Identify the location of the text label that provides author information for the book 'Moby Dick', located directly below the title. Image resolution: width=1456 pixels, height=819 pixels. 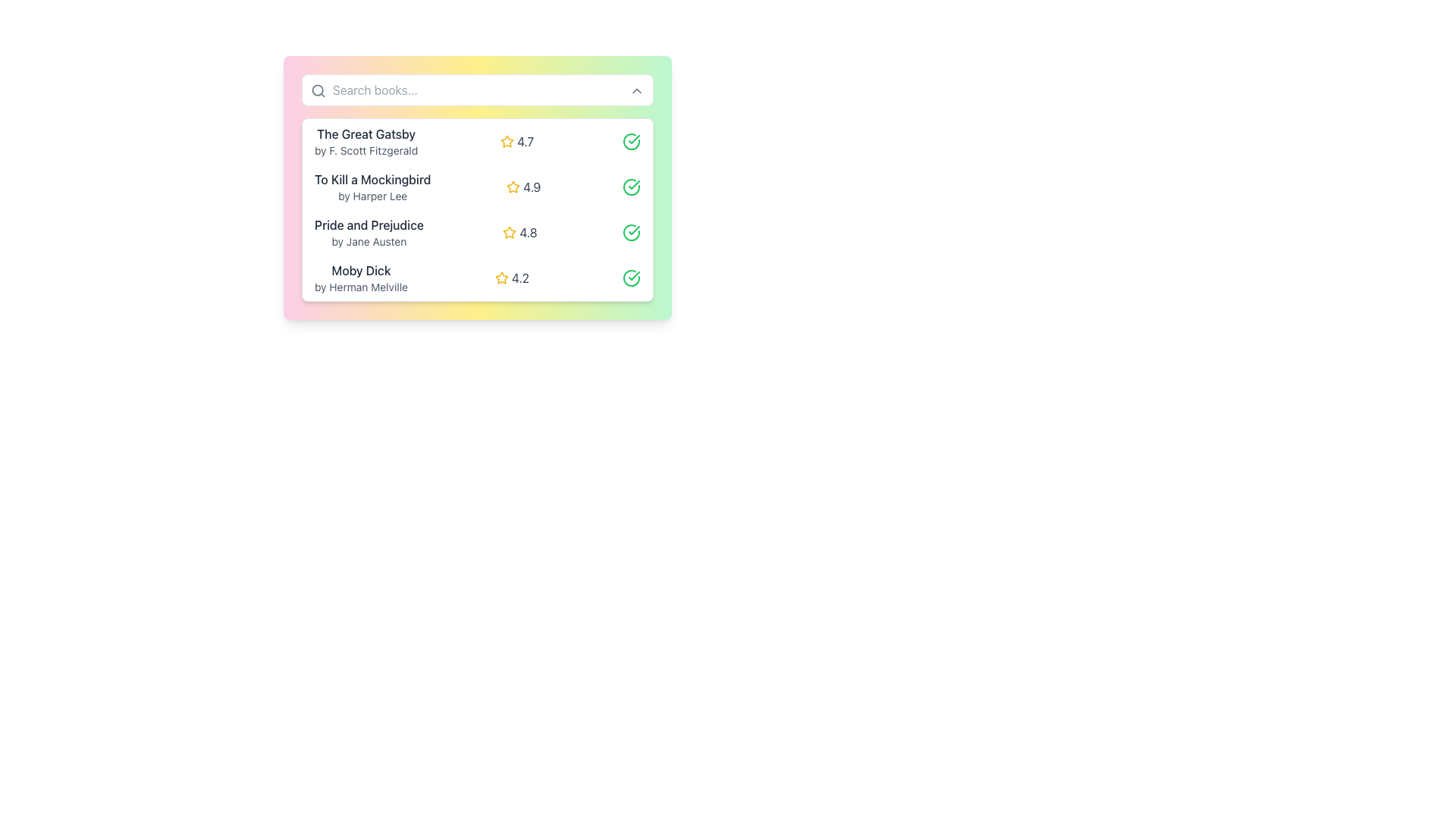
(360, 287).